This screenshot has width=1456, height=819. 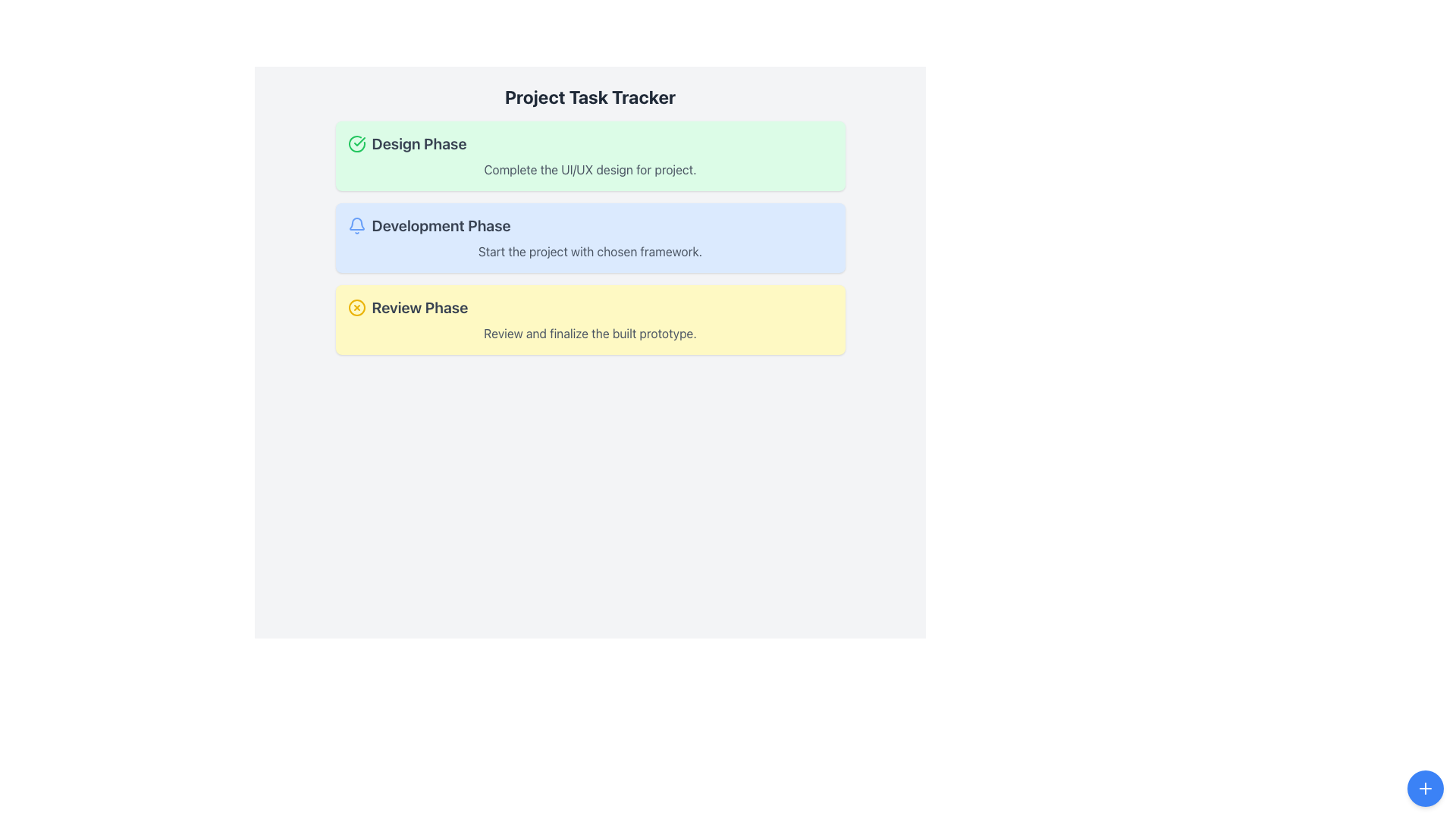 What do you see at coordinates (356, 225) in the screenshot?
I see `the blue bell icon with an animate-pulse class located immediately to the left of the 'Development Phase' title in the middle task card` at bounding box center [356, 225].